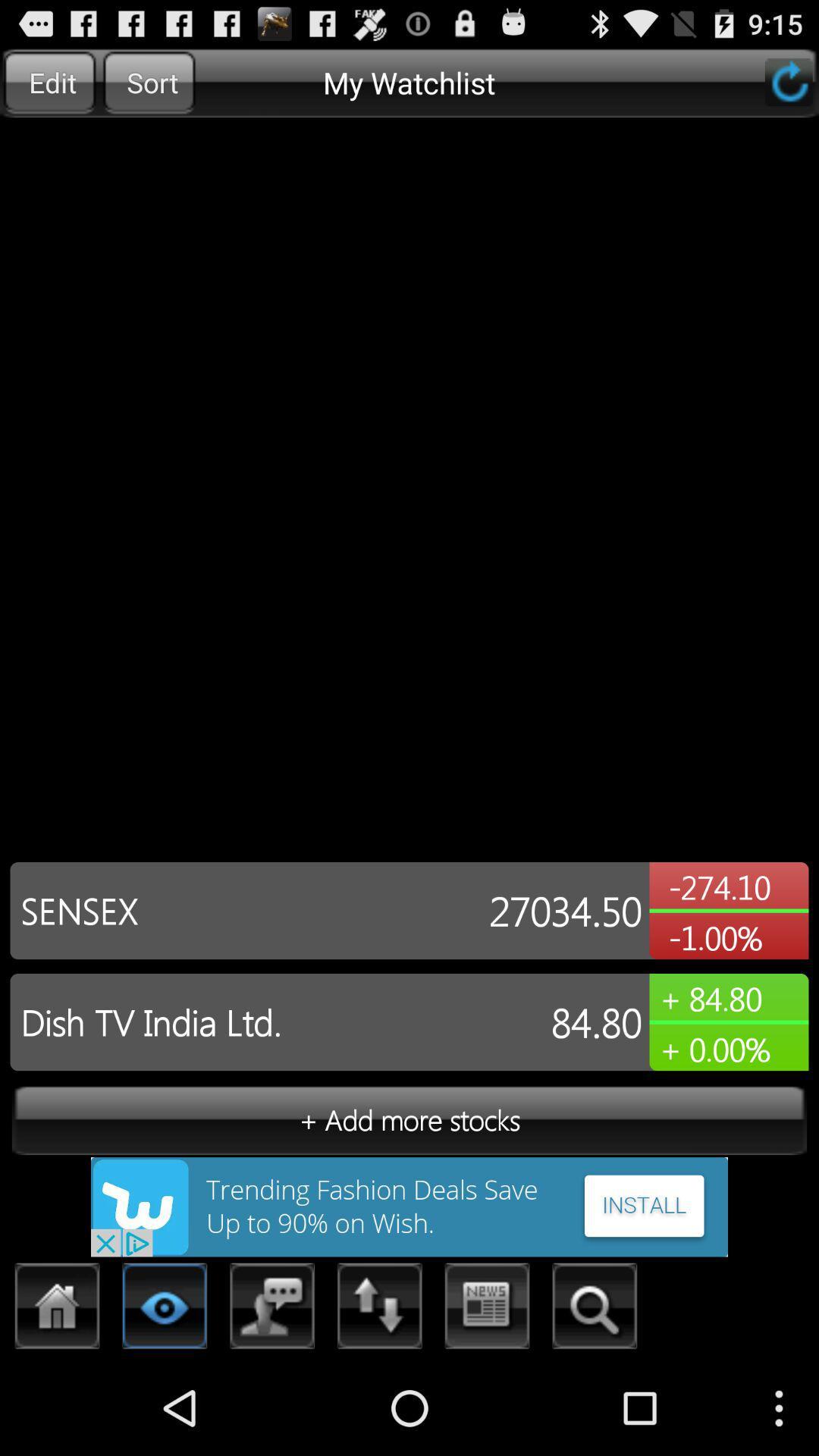 This screenshot has height=1456, width=819. What do you see at coordinates (165, 1310) in the screenshot?
I see `list` at bounding box center [165, 1310].